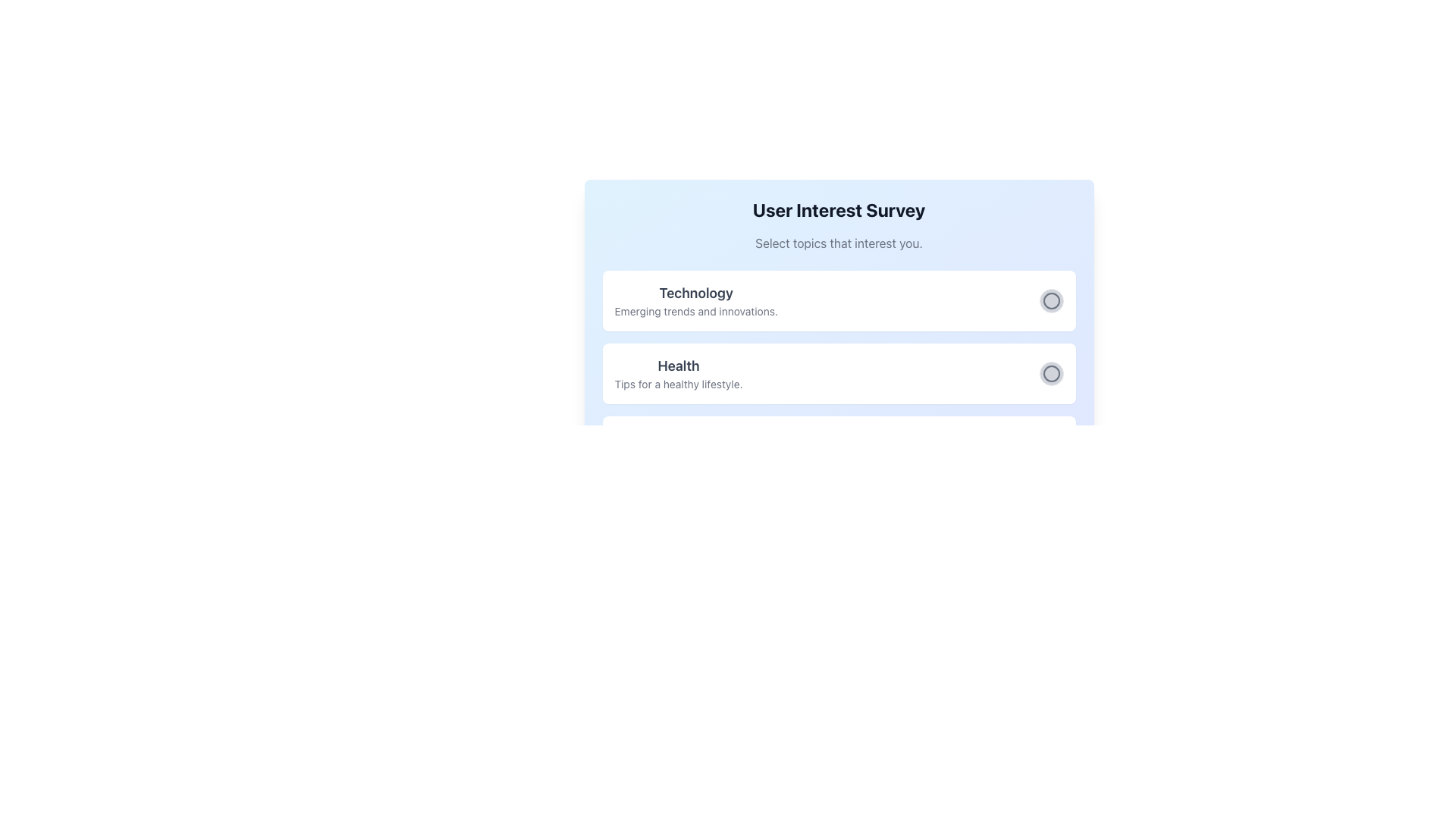 Image resolution: width=1456 pixels, height=819 pixels. I want to click on the static text element that displays 'Health' in bold and larger font, with the description 'Tips for a healthy lifestyle.' below it, located within the 'Health' card, the second card in the vertical list, so click(678, 374).